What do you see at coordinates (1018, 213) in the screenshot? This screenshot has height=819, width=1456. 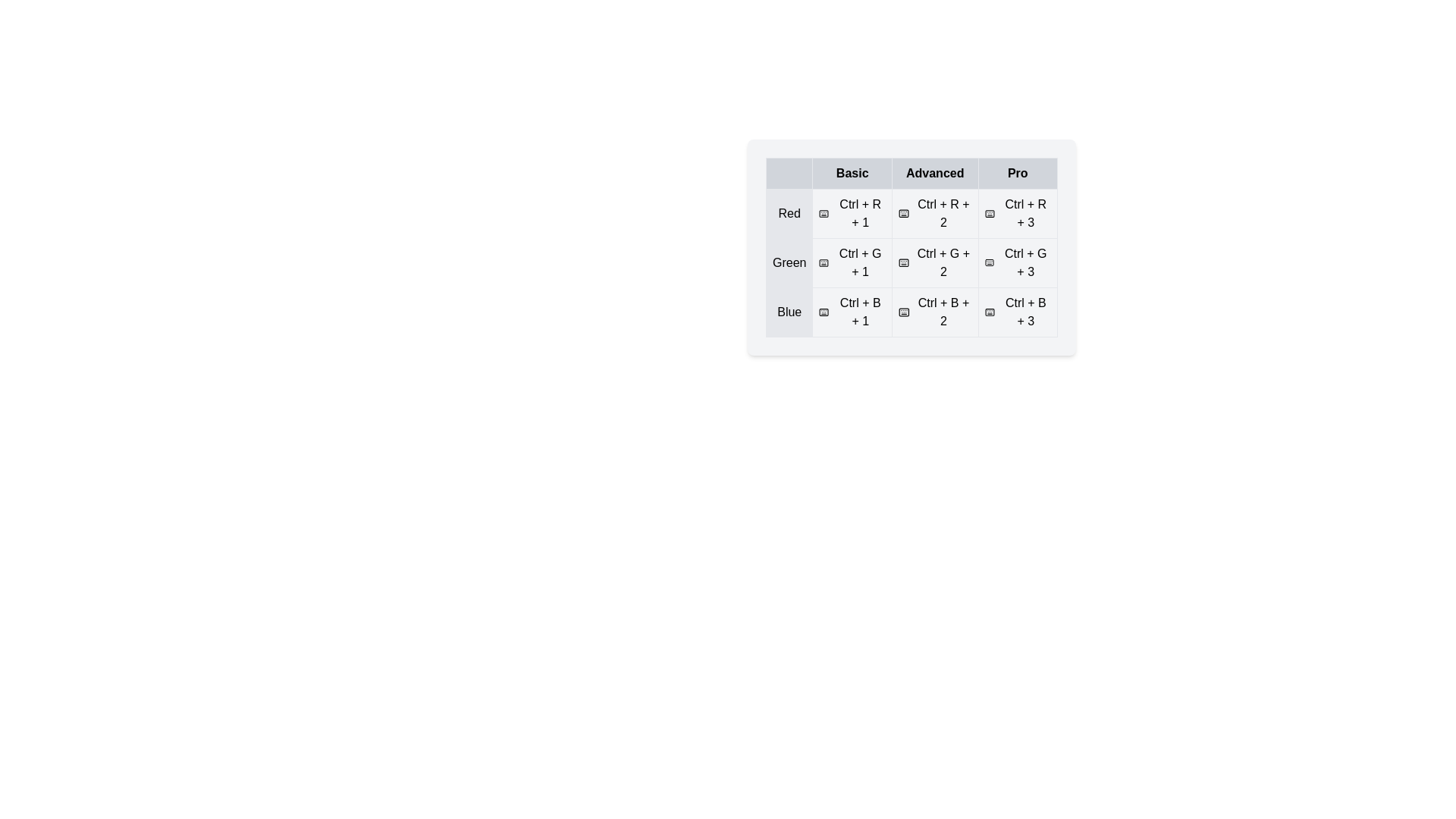 I see `the keyboard shortcut label displaying 'Ctrl + R + 3' located in the third row and third column of the grid under the 'Red' category` at bounding box center [1018, 213].